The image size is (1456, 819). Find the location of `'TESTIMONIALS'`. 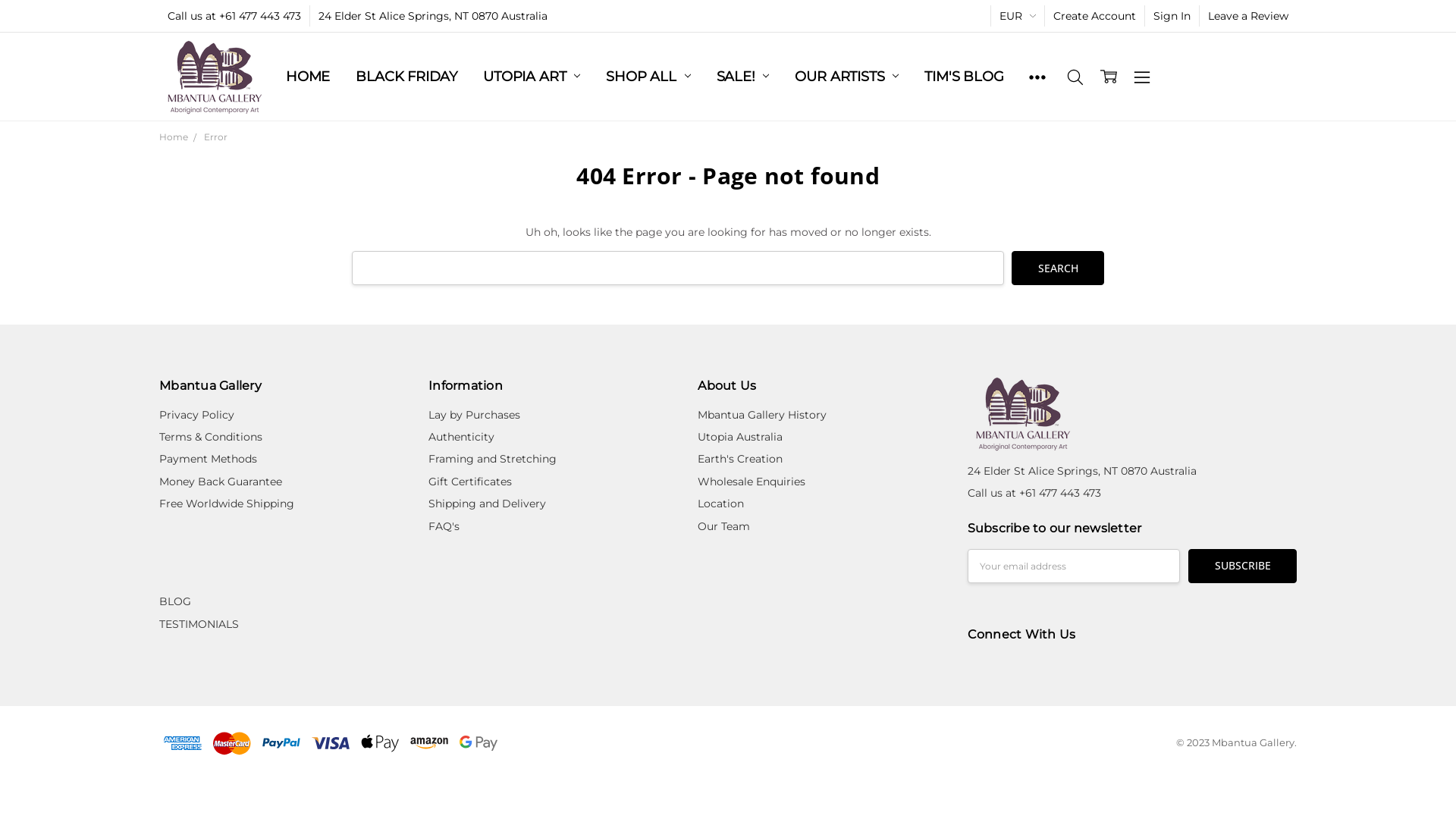

'TESTIMONIALS' is located at coordinates (159, 623).